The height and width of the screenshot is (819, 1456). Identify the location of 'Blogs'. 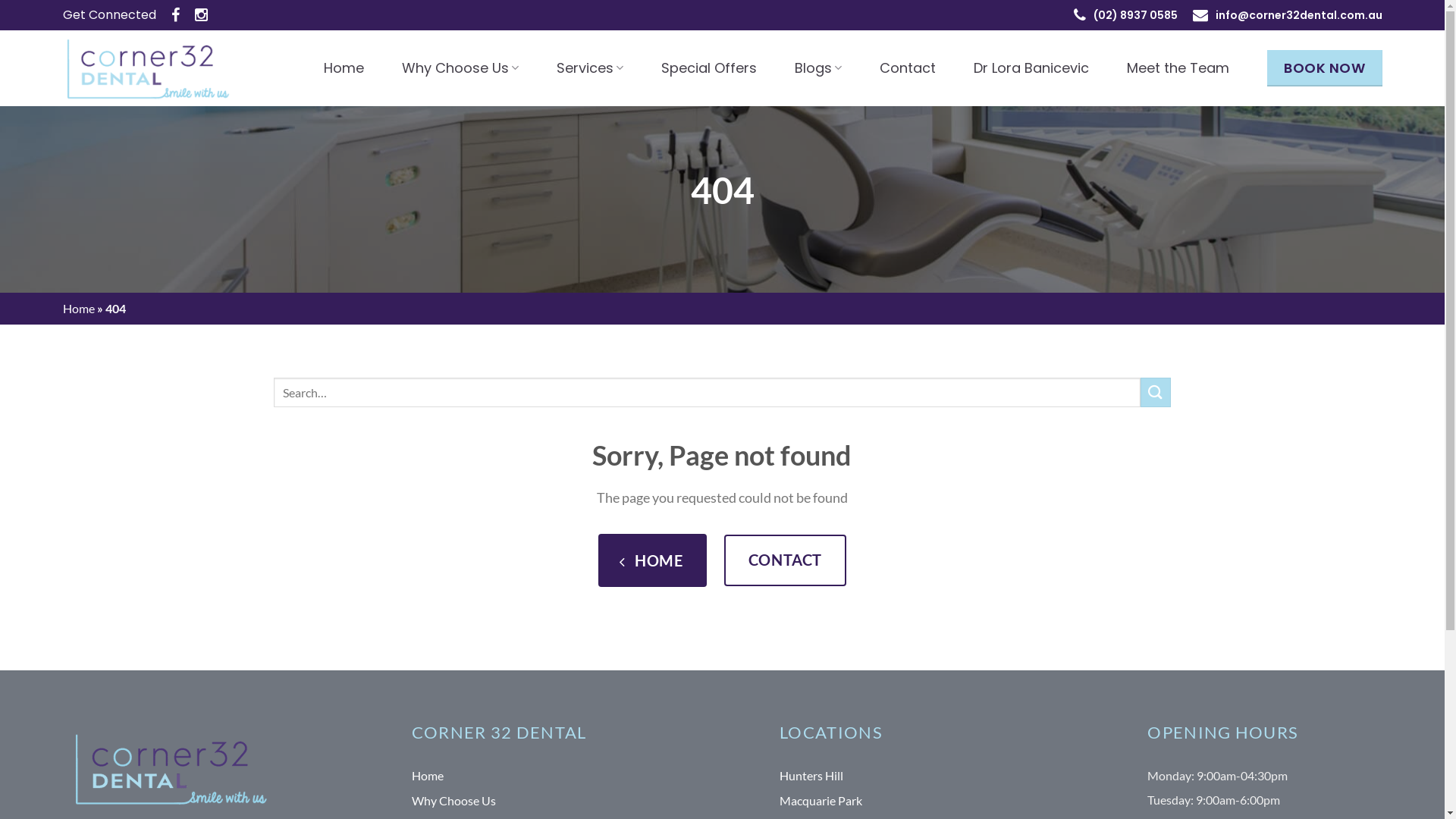
(817, 67).